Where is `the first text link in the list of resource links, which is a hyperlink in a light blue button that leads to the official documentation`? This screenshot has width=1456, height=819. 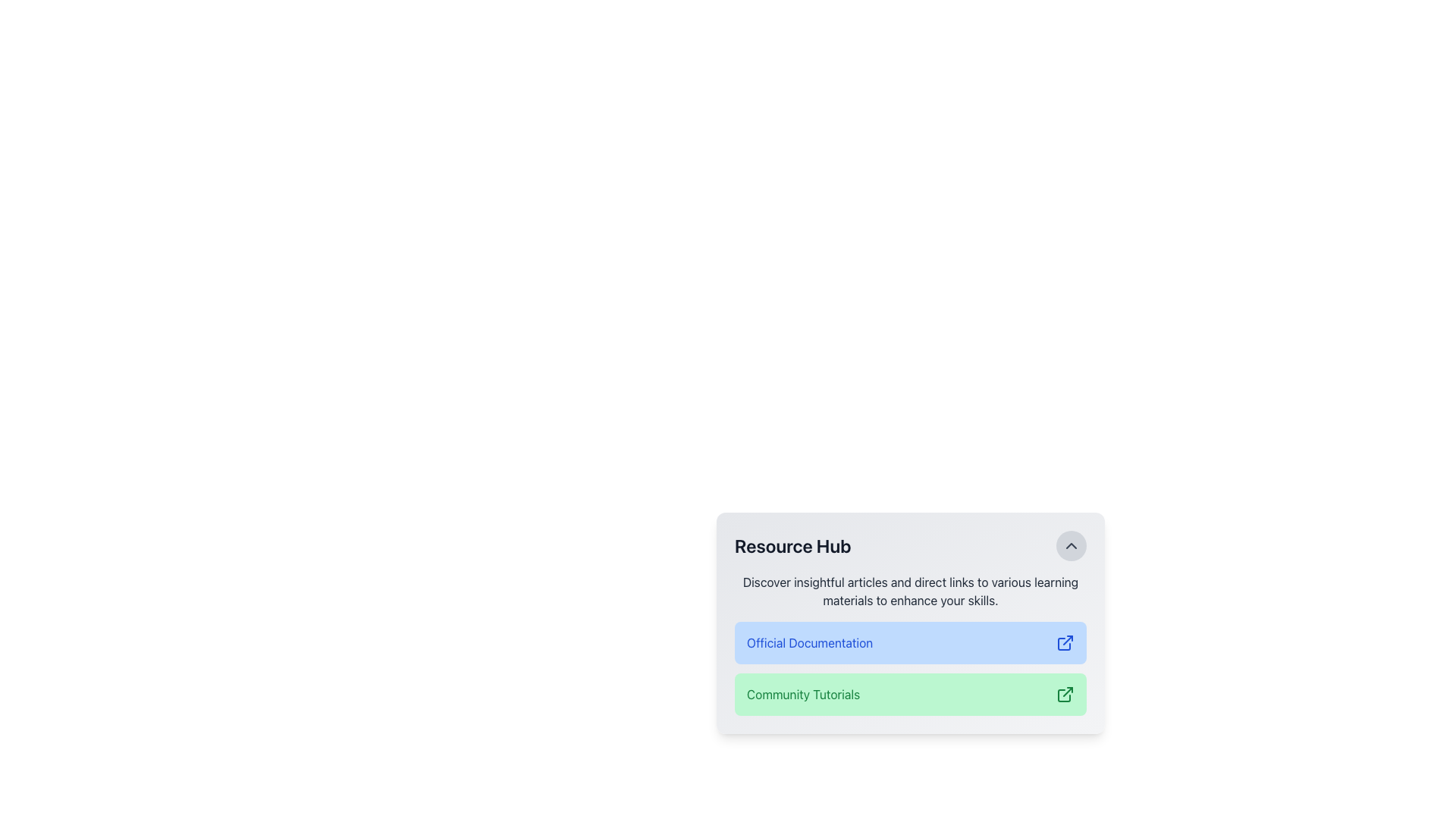 the first text link in the list of resource links, which is a hyperlink in a light blue button that leads to the official documentation is located at coordinates (809, 643).